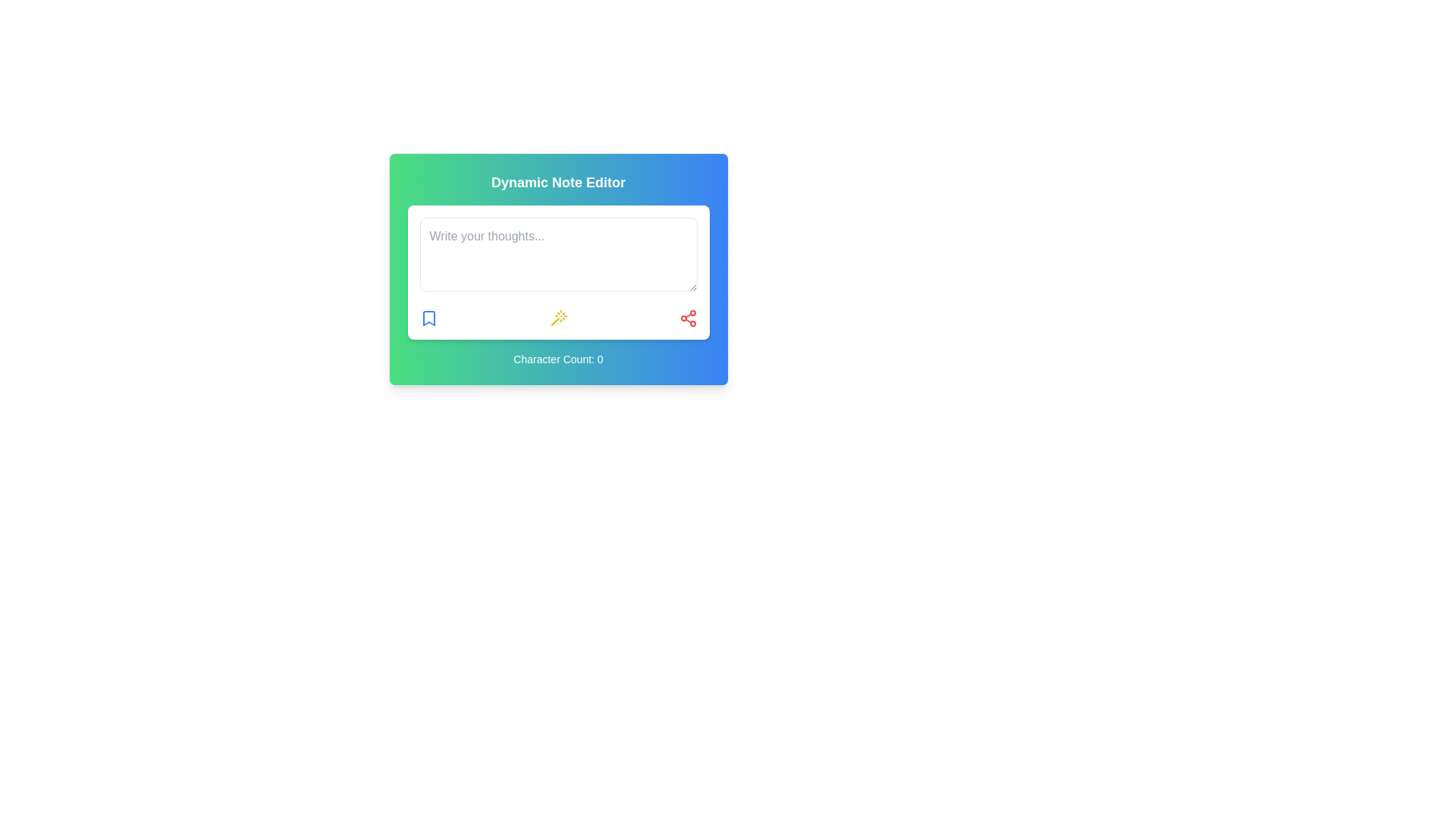 The height and width of the screenshot is (819, 1456). I want to click on the central magic wand icon with a sparkle effect located at the bottom of the note editor card, so click(557, 318).